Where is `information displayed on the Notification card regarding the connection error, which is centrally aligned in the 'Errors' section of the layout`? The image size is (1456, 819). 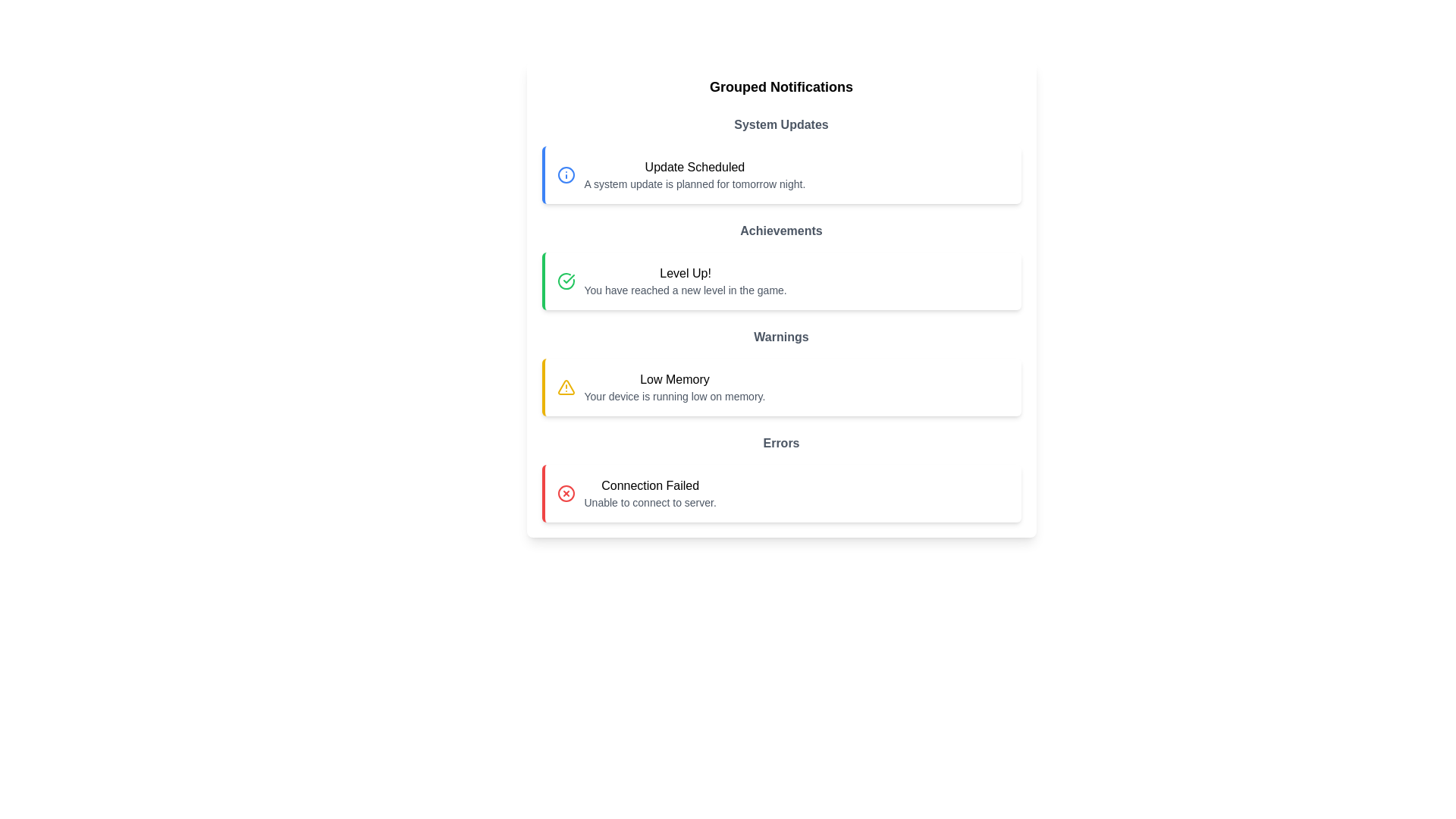 information displayed on the Notification card regarding the connection error, which is centrally aligned in the 'Errors' section of the layout is located at coordinates (781, 494).